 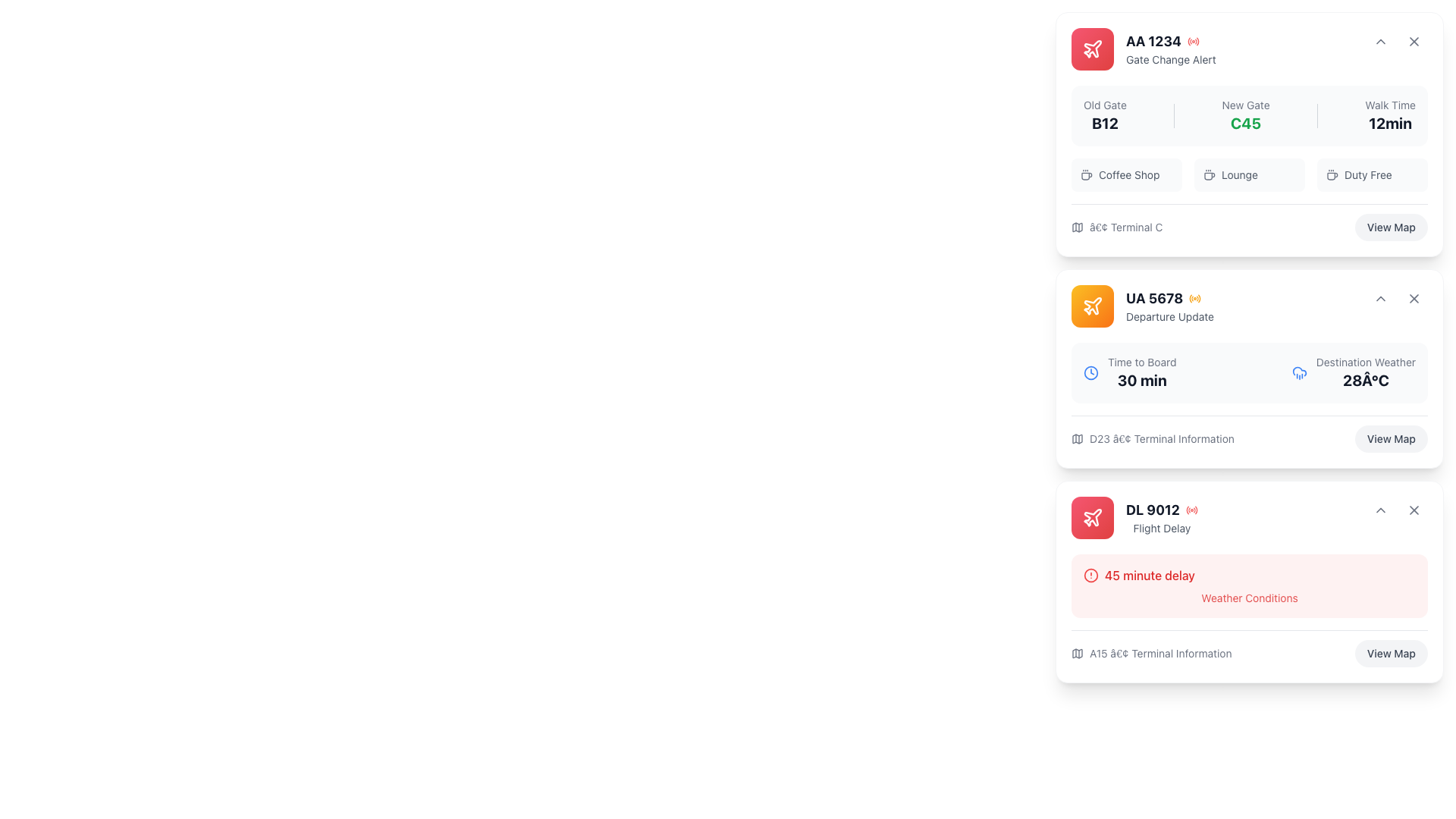 I want to click on text '12min' located in the information card under the label 'Walk Time' for flight AA 1234, which is styled in bold and dark color, so click(x=1390, y=122).